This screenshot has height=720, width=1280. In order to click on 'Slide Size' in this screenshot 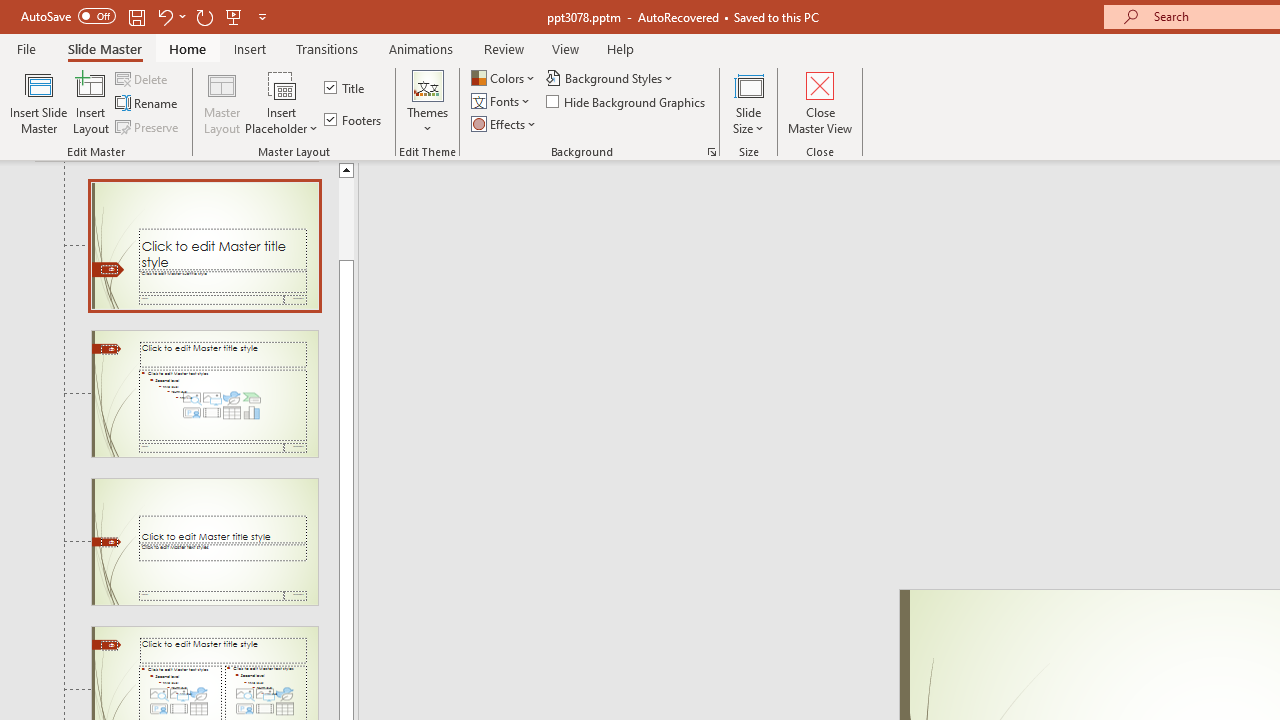, I will do `click(748, 103)`.